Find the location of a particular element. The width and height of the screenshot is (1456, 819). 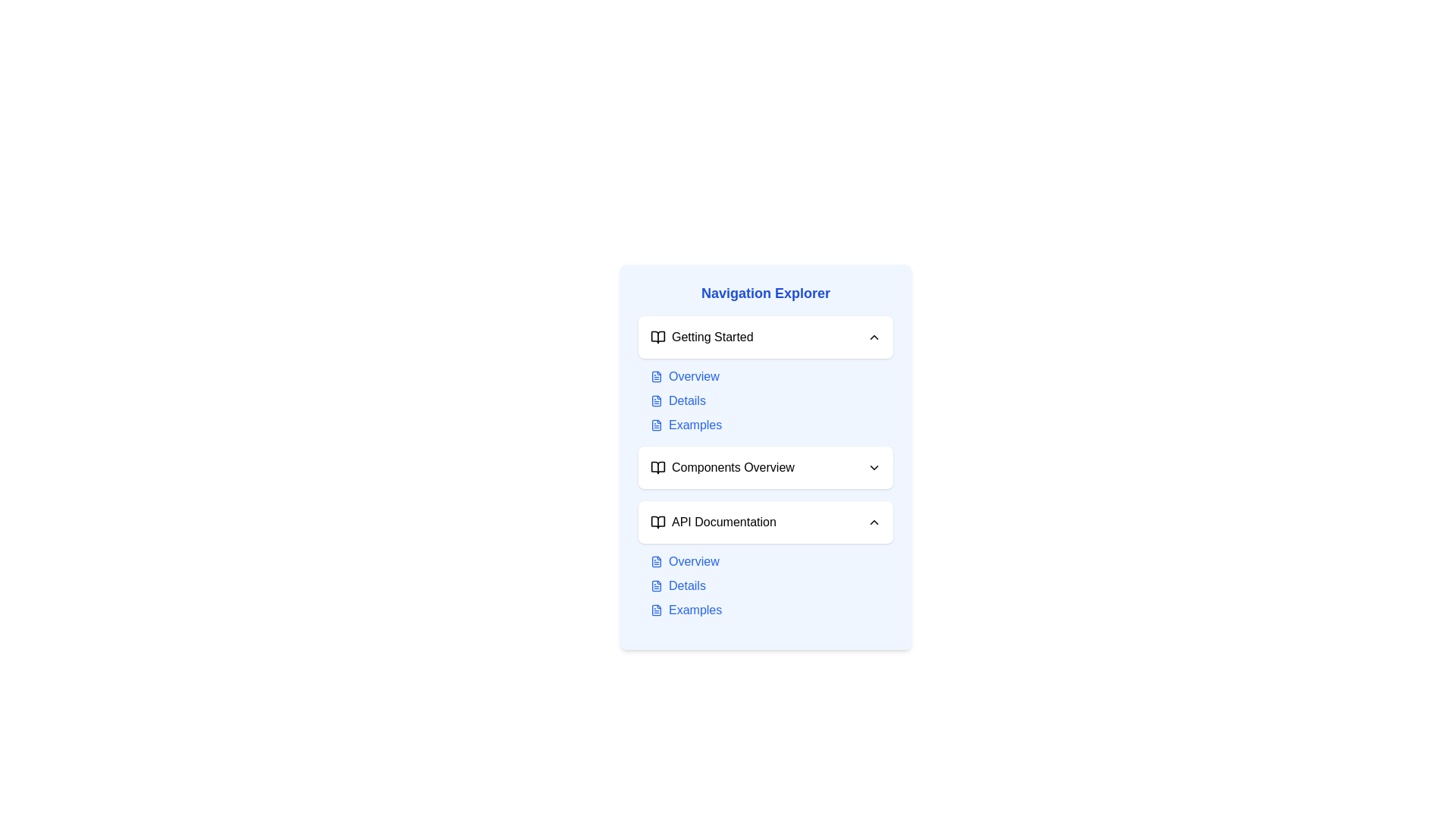

the document icon with a blue outline representing text, located to the left of the 'Overview' text in the 'Getting Started' section of the navigation menu is located at coordinates (656, 376).